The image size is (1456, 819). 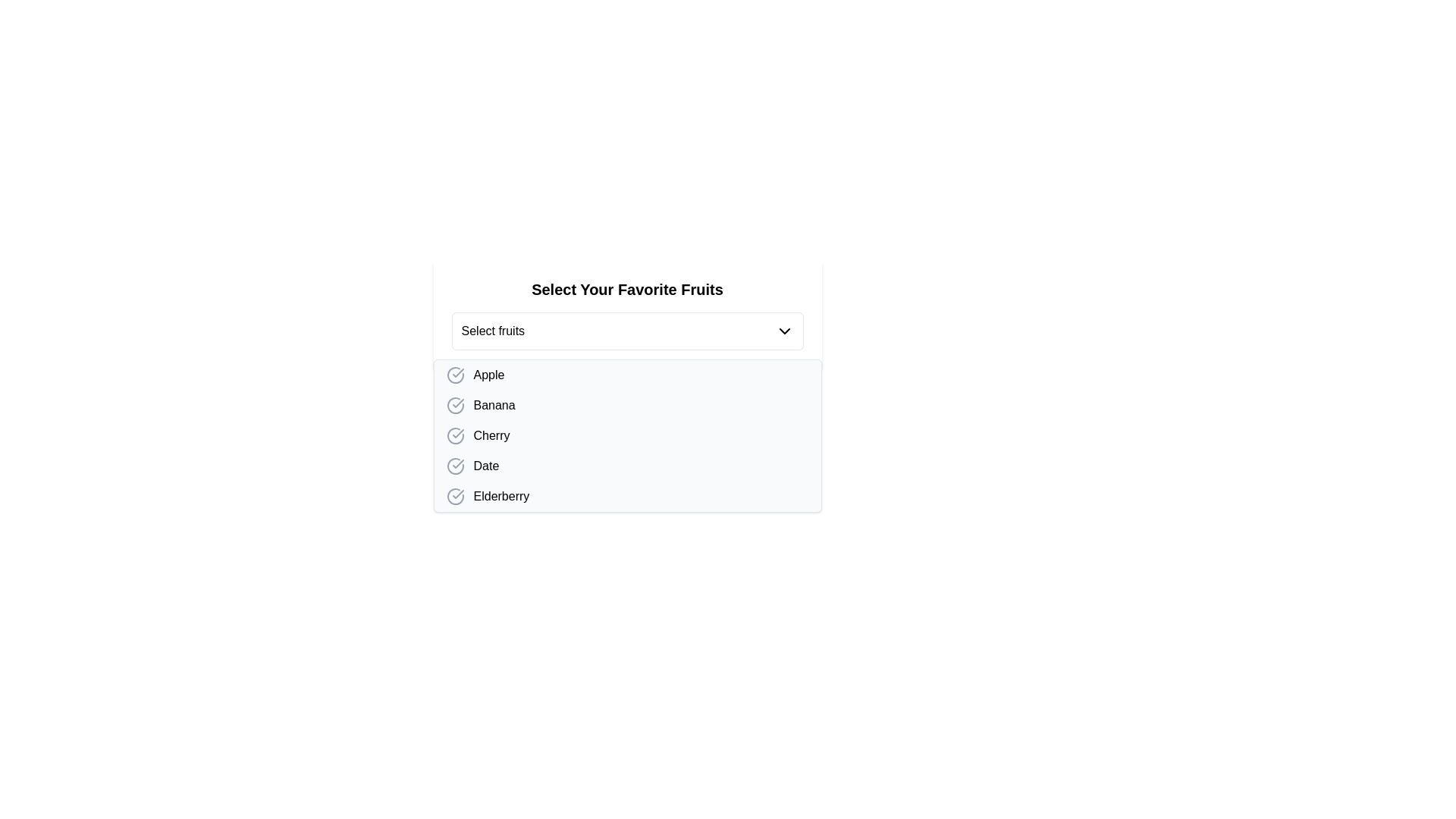 I want to click on the Check icon that represents the option 'Cherry', which is a tick mark within a circular frame, positioned to the left of the text label in the list of fruits, so click(x=457, y=433).